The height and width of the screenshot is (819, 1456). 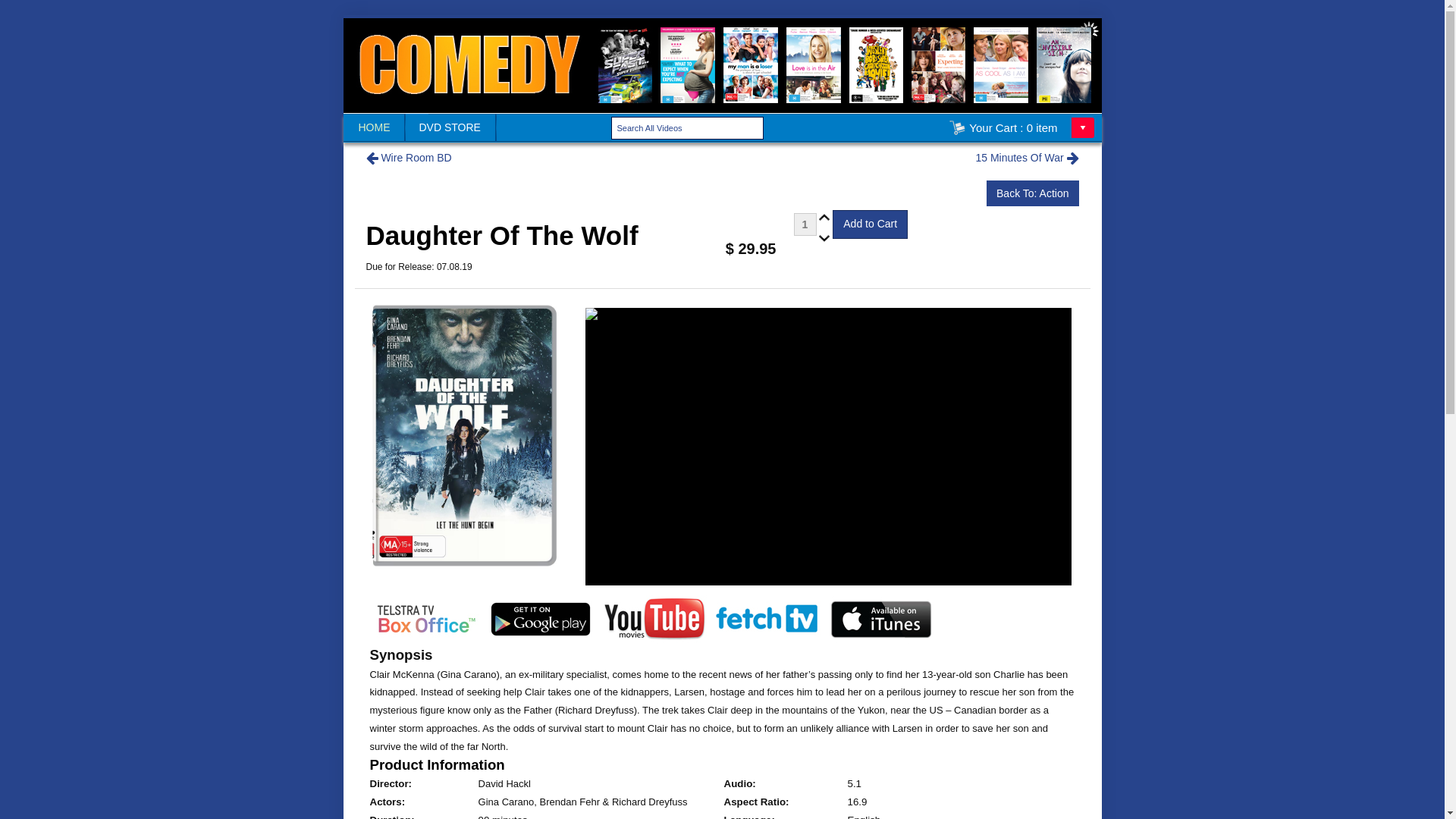 What do you see at coordinates (986, 192) in the screenshot?
I see `'Back To: Action'` at bounding box center [986, 192].